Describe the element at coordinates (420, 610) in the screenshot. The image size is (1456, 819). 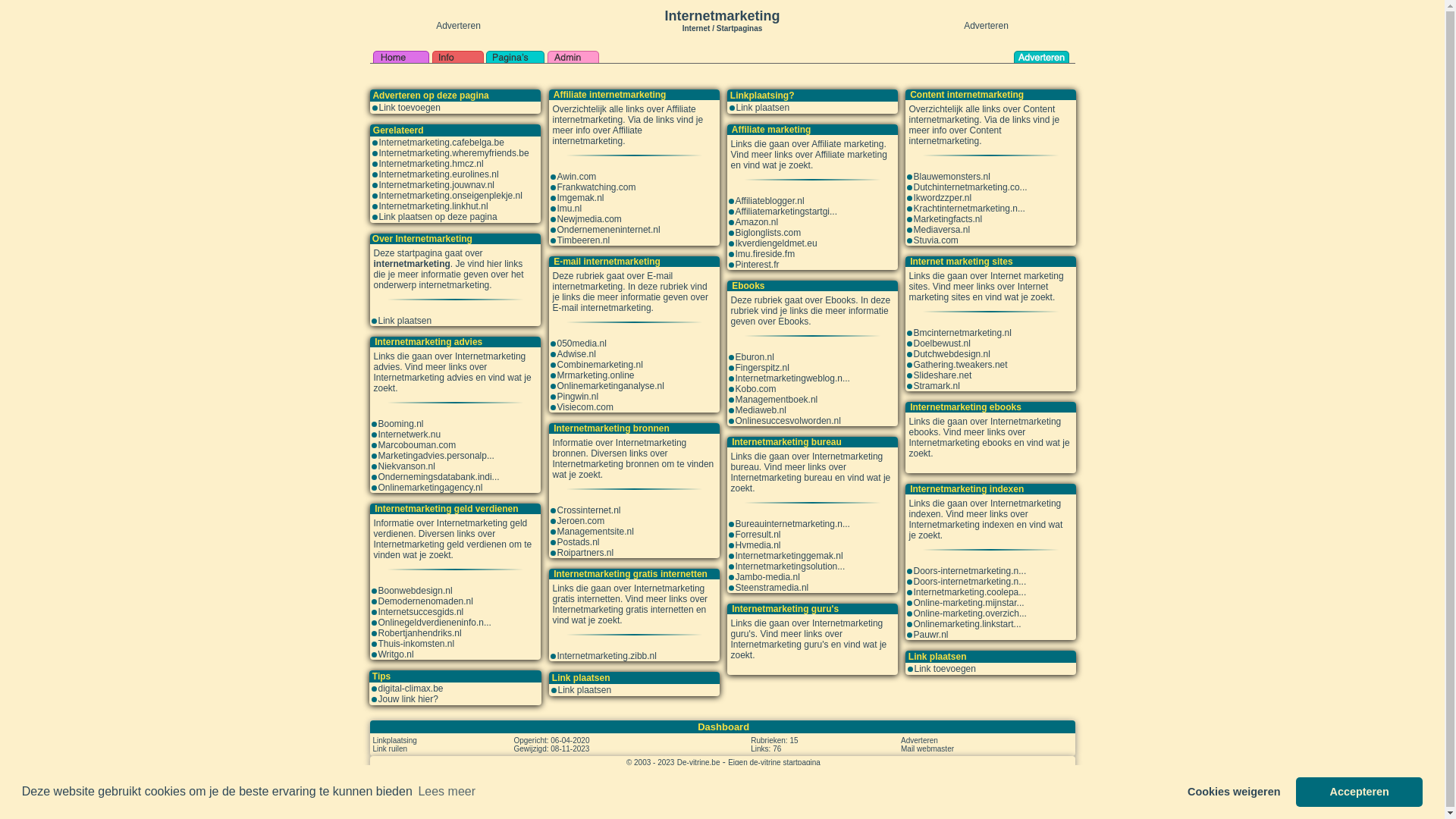
I see `'Internetsuccesgids.nl'` at that location.